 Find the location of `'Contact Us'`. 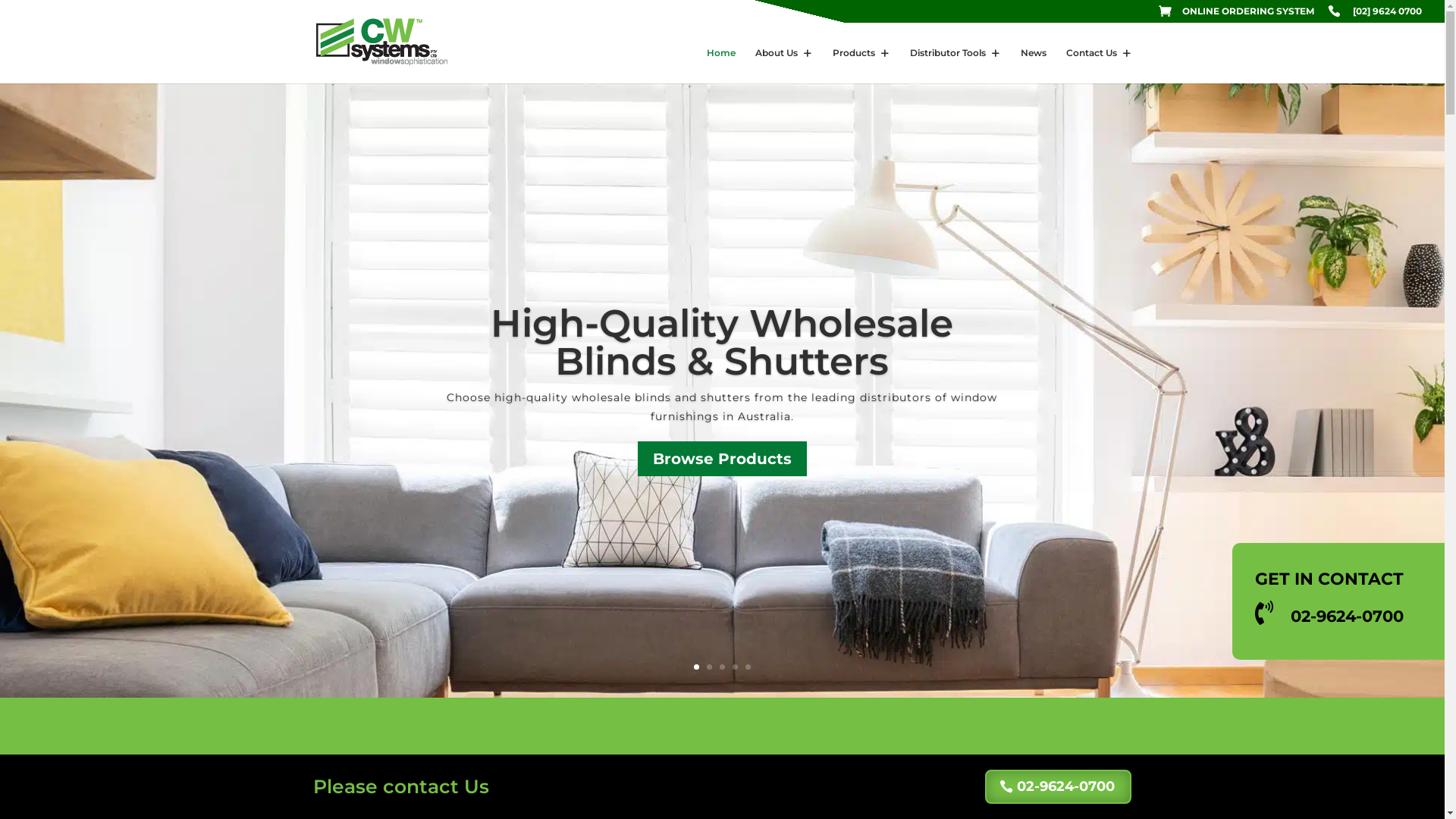

'Contact Us' is located at coordinates (1099, 64).